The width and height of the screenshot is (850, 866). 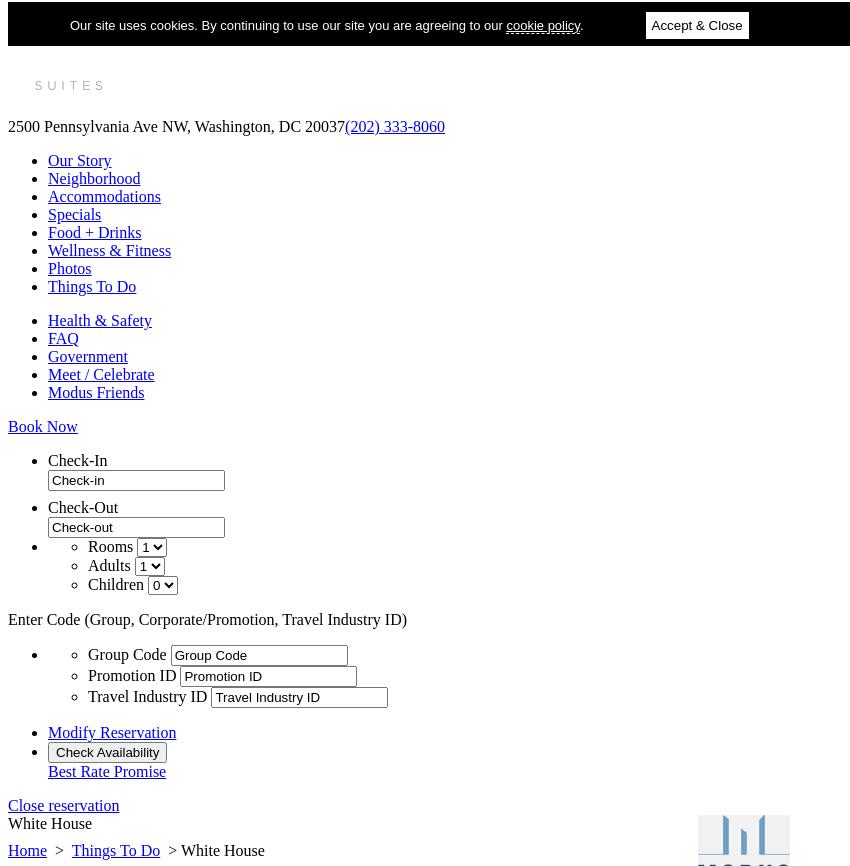 What do you see at coordinates (108, 249) in the screenshot?
I see `'Wellness & Fitness'` at bounding box center [108, 249].